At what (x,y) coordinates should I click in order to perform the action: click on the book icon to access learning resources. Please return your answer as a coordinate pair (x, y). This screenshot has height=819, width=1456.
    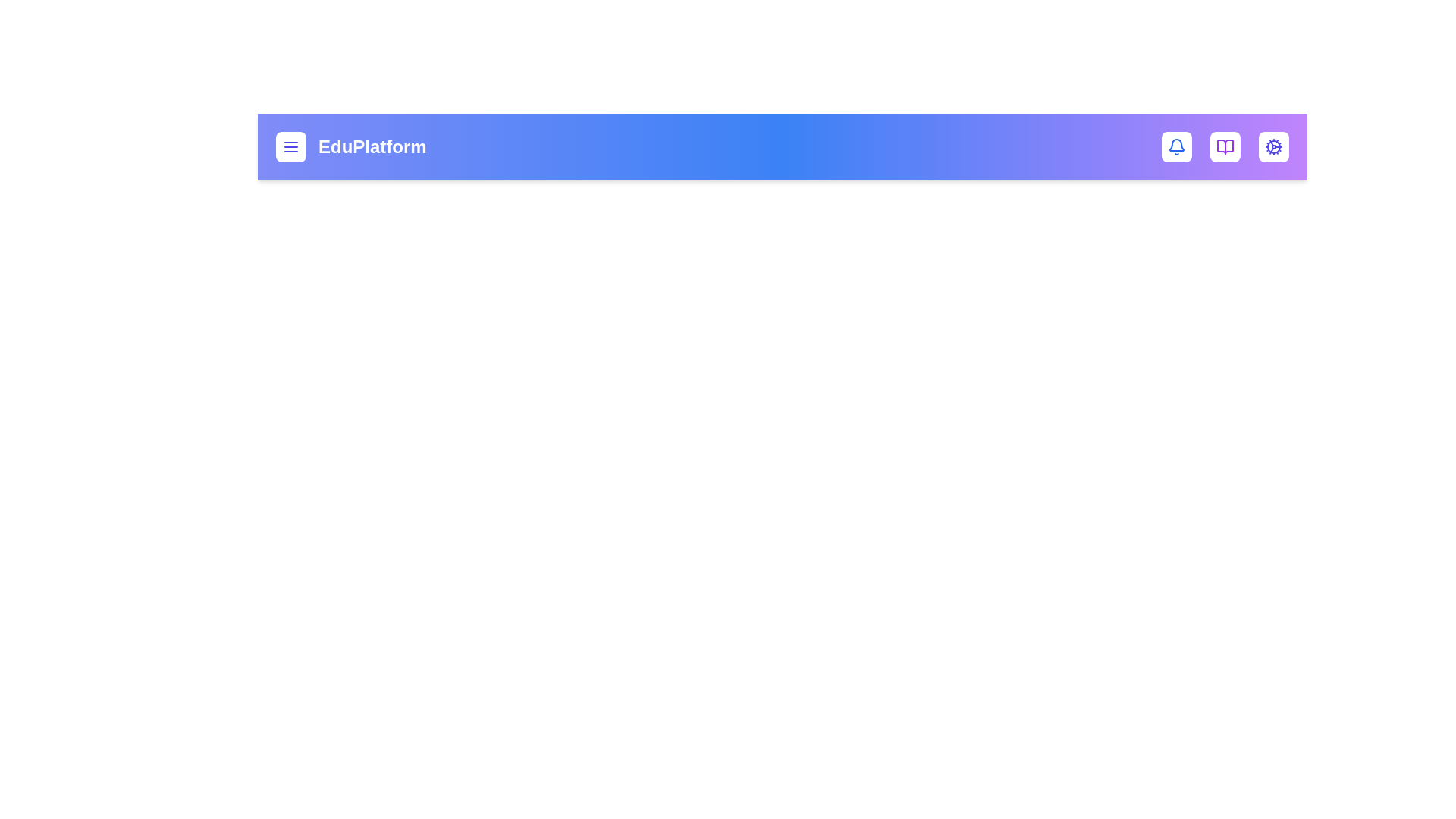
    Looking at the image, I should click on (1225, 146).